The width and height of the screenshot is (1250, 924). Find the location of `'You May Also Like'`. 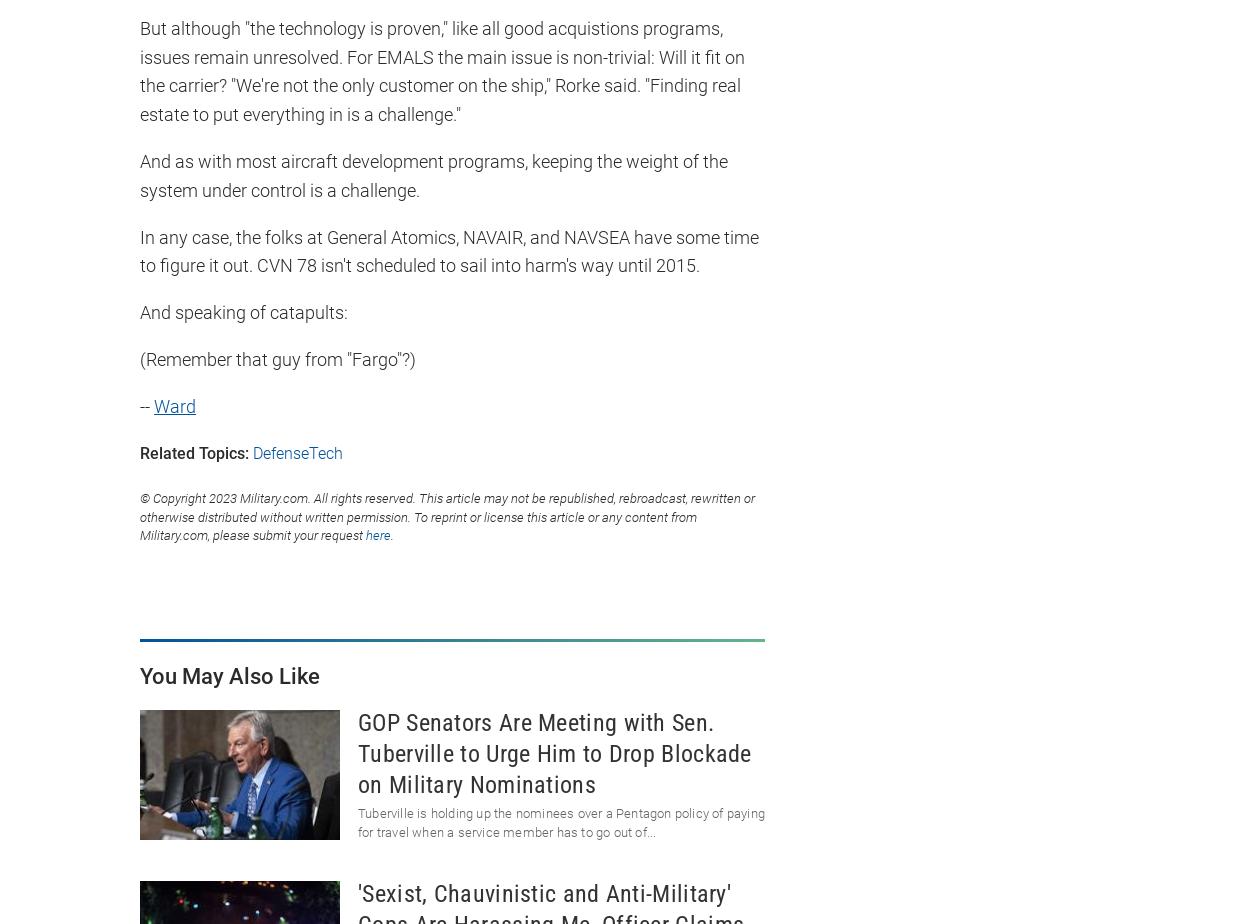

'You May Also Like' is located at coordinates (140, 676).